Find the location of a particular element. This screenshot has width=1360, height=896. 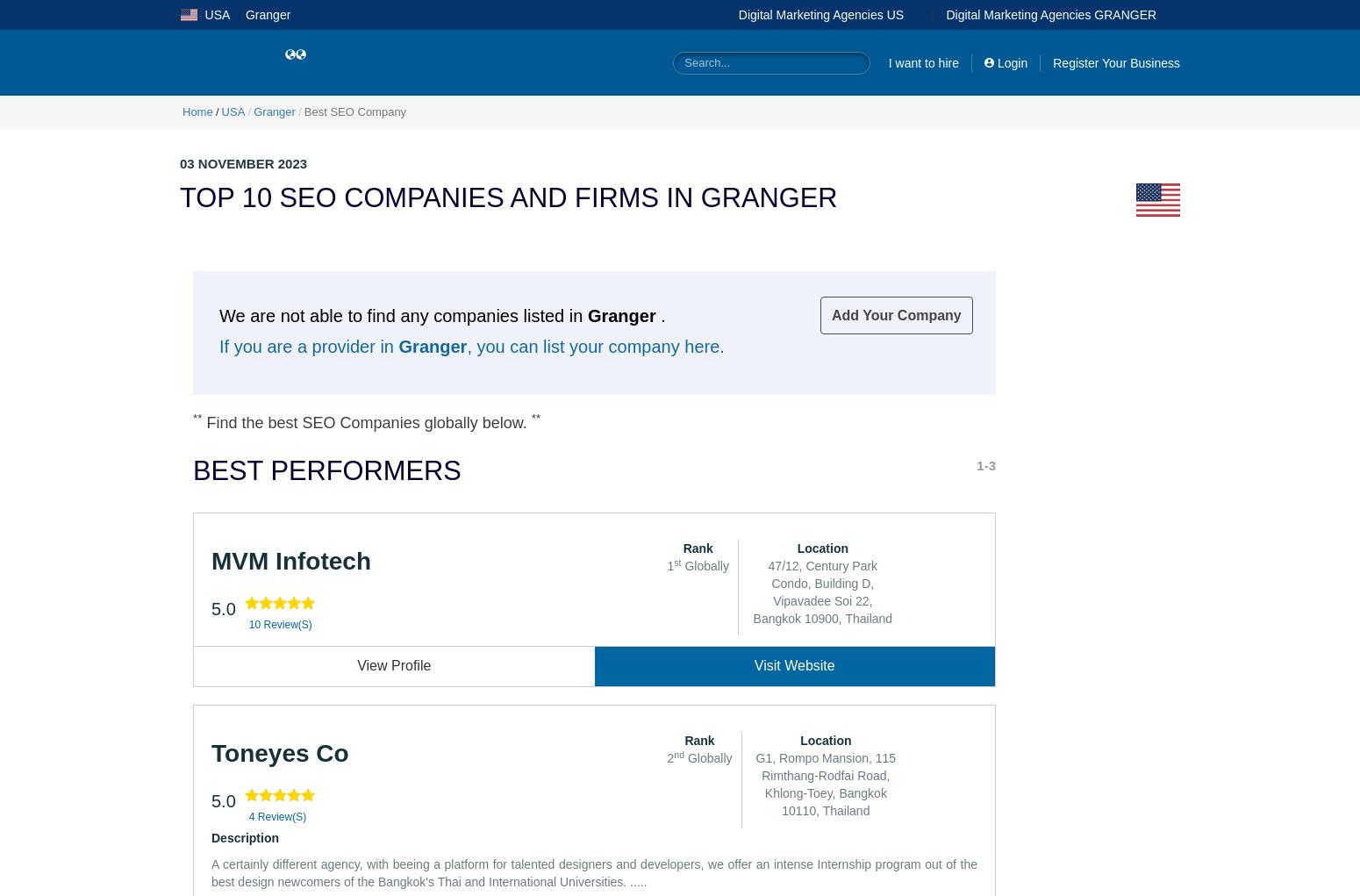

'03 November 2023' is located at coordinates (243, 161).